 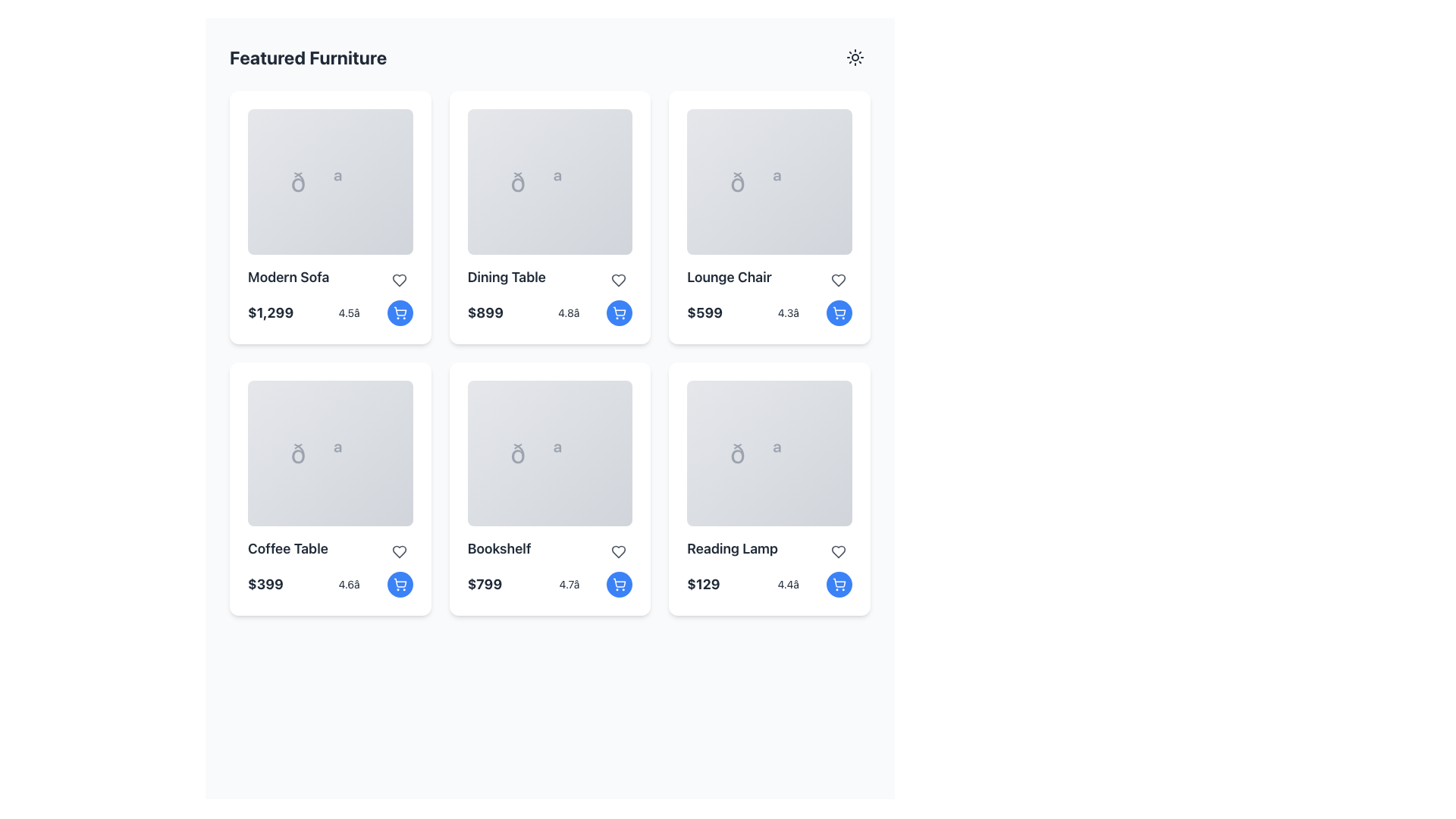 I want to click on the gray emoji-like symbol text component located in the upper graphical portion of the 'Coffee Table' card, so click(x=329, y=452).